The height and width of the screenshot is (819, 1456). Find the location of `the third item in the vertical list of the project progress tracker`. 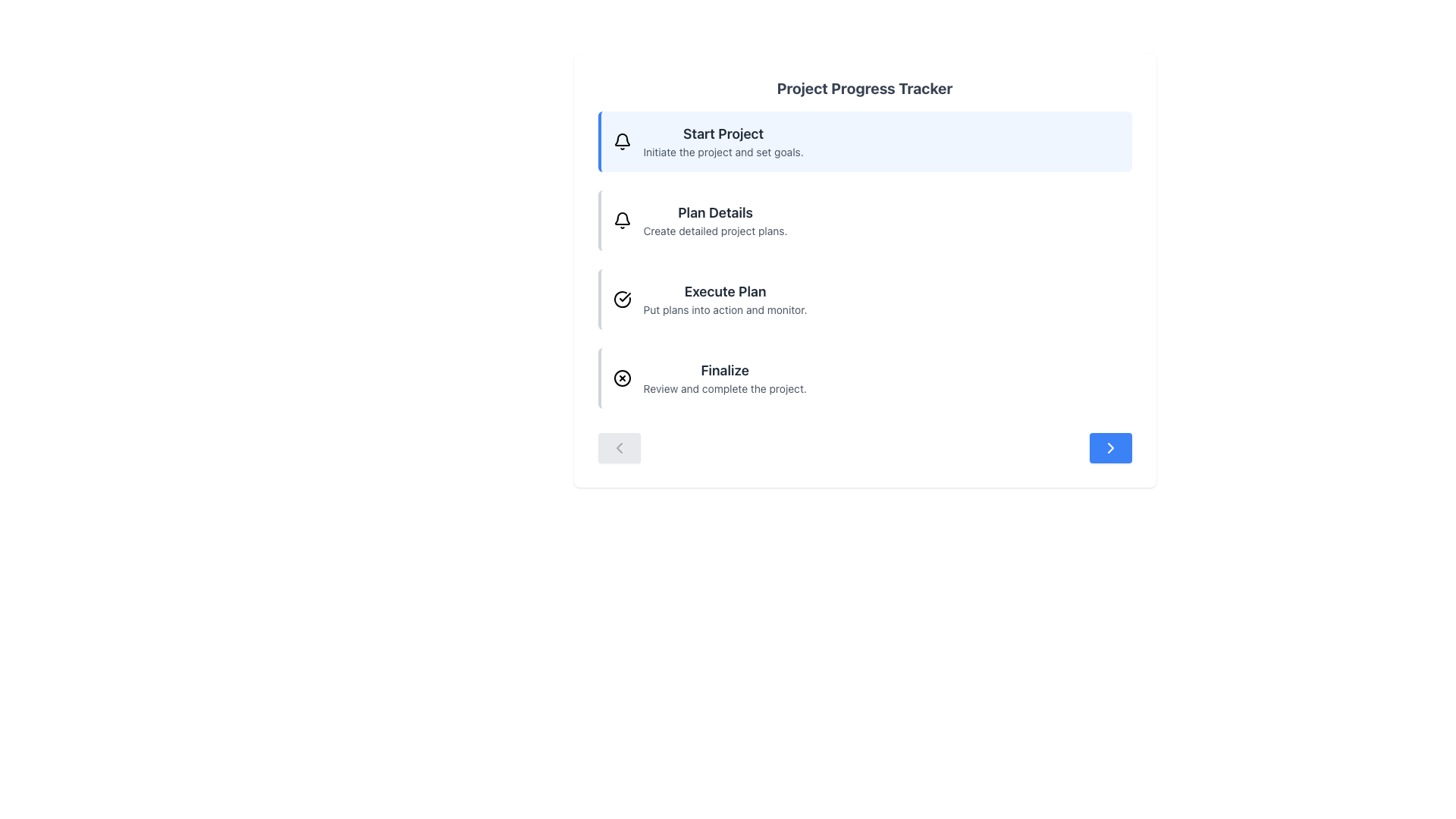

the third item in the vertical list of the project progress tracker is located at coordinates (864, 299).